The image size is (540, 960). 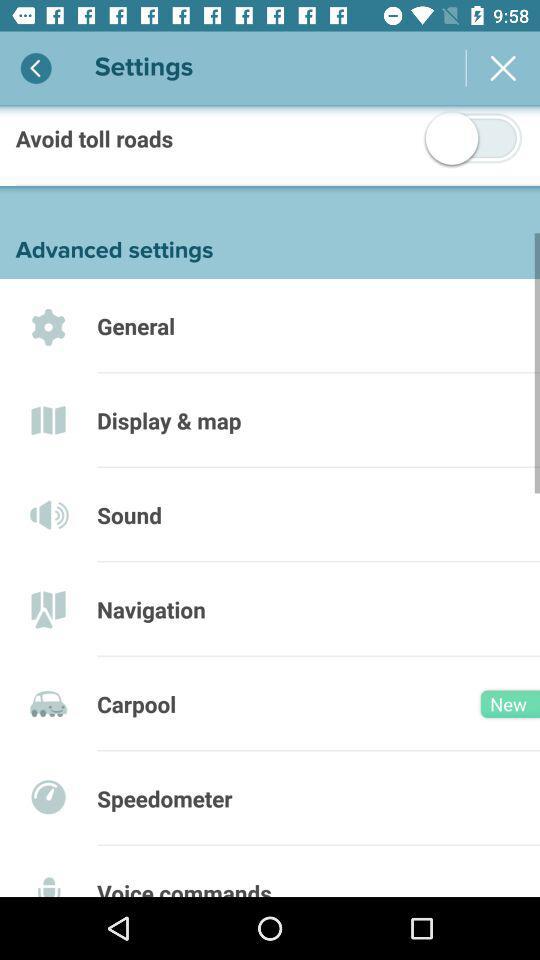 I want to click on the  close button, so click(x=502, y=68).